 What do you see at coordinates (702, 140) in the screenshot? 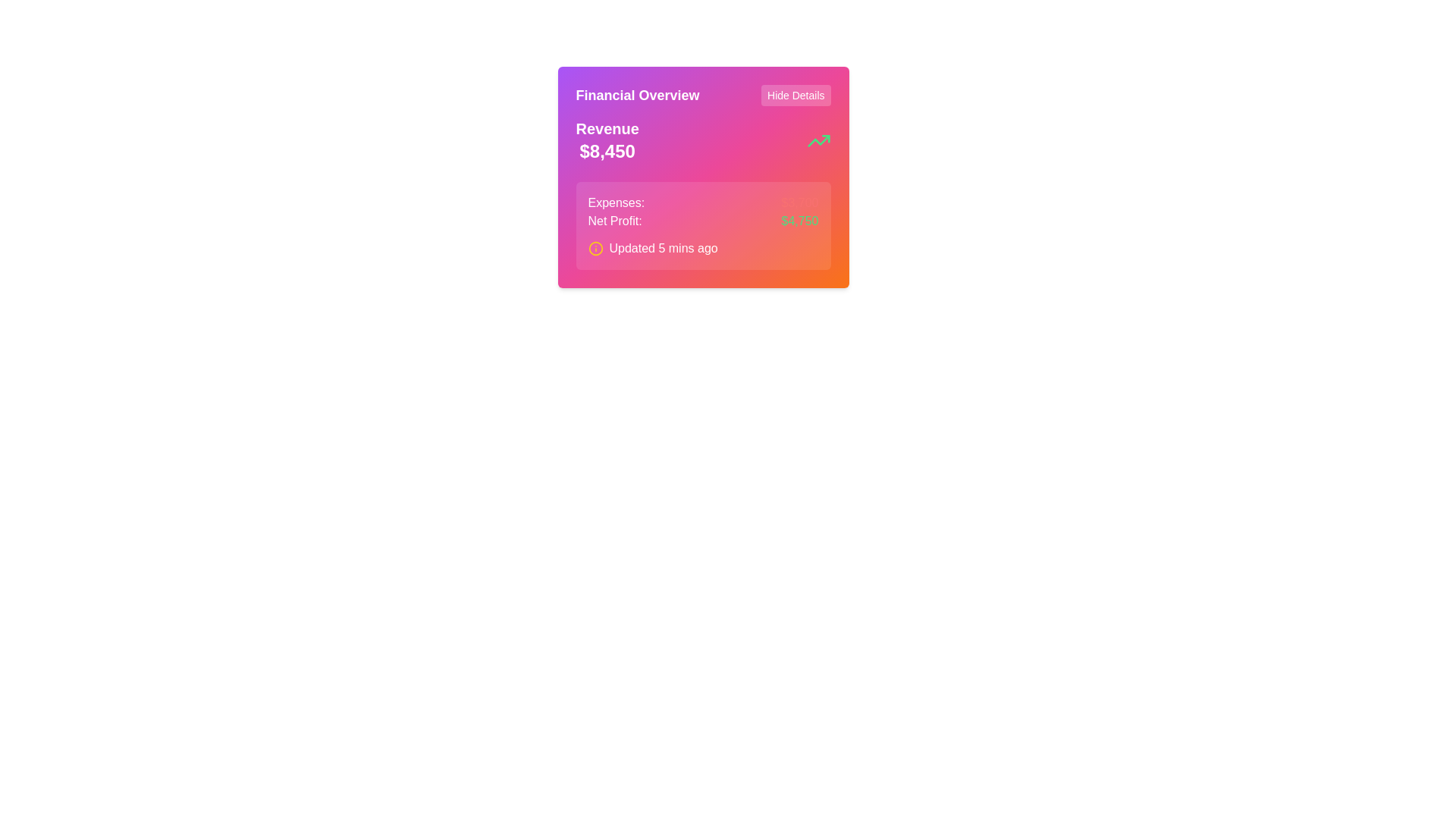
I see `the 'Revenue' text display element with an upward trending icon for accessibility` at bounding box center [702, 140].